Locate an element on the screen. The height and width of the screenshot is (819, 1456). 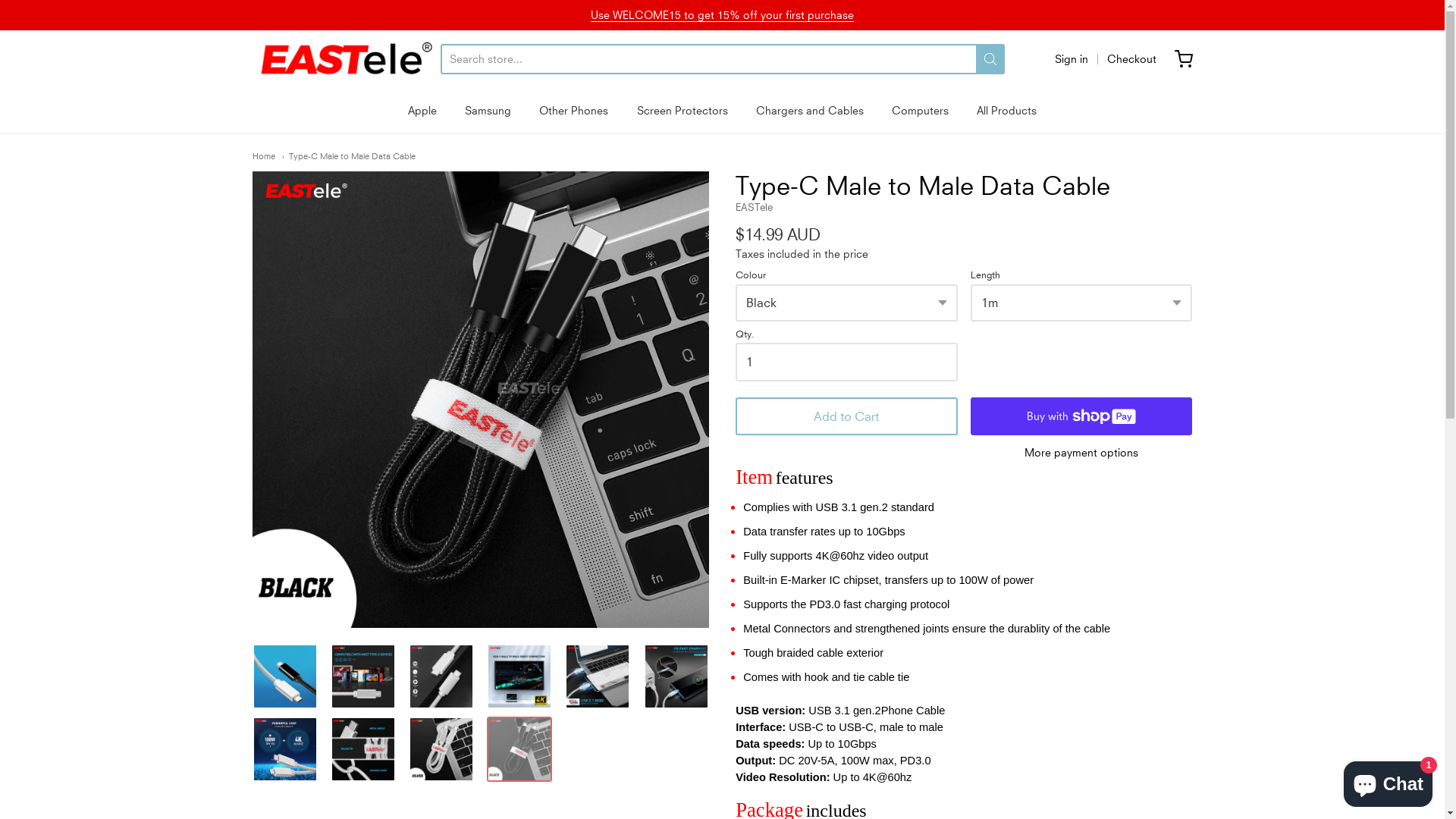
'Type-C Male to Male Data Cable' is located at coordinates (519, 748).